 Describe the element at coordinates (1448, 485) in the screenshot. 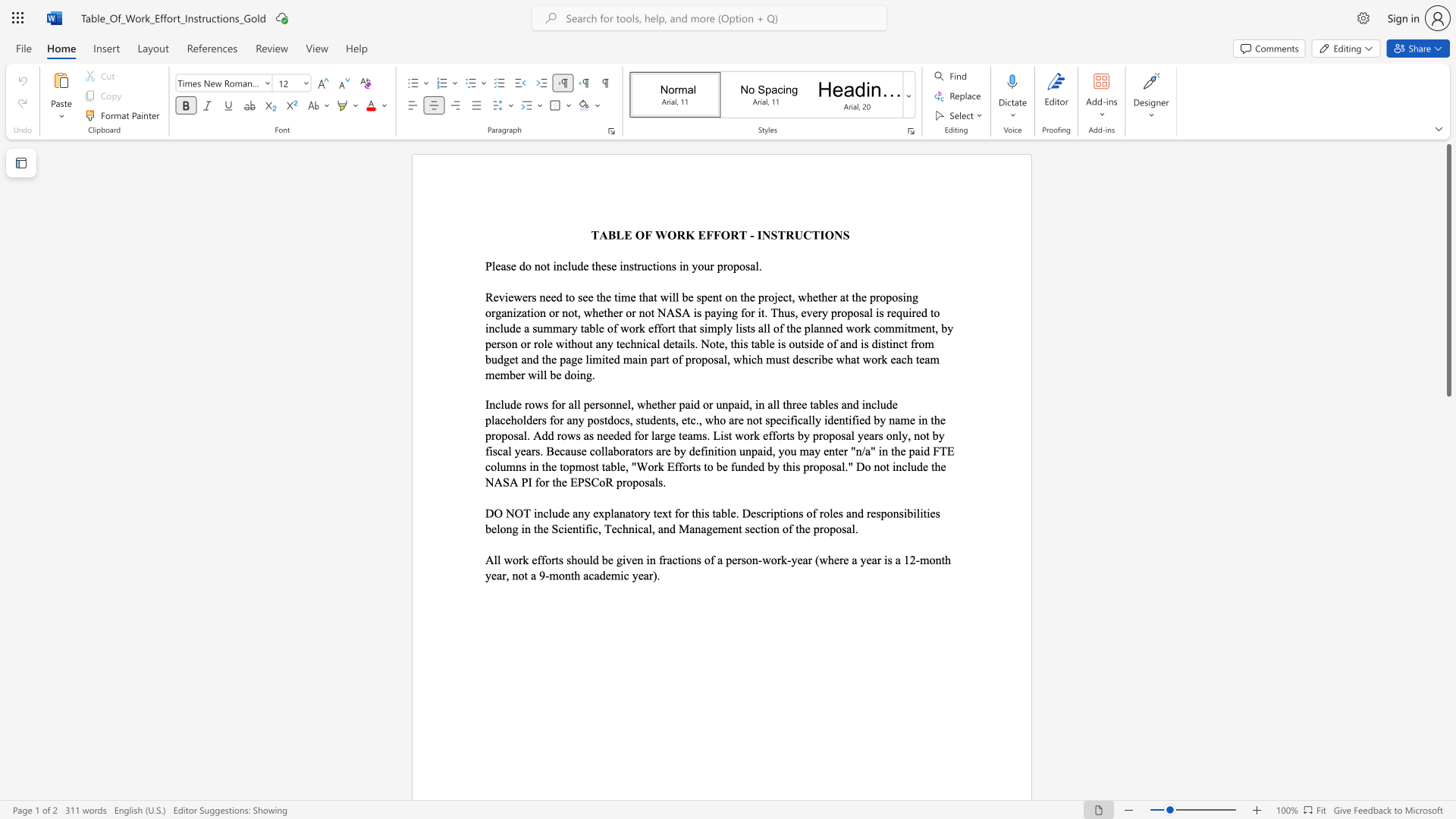

I see `the scrollbar on the right to move the page downward` at that location.